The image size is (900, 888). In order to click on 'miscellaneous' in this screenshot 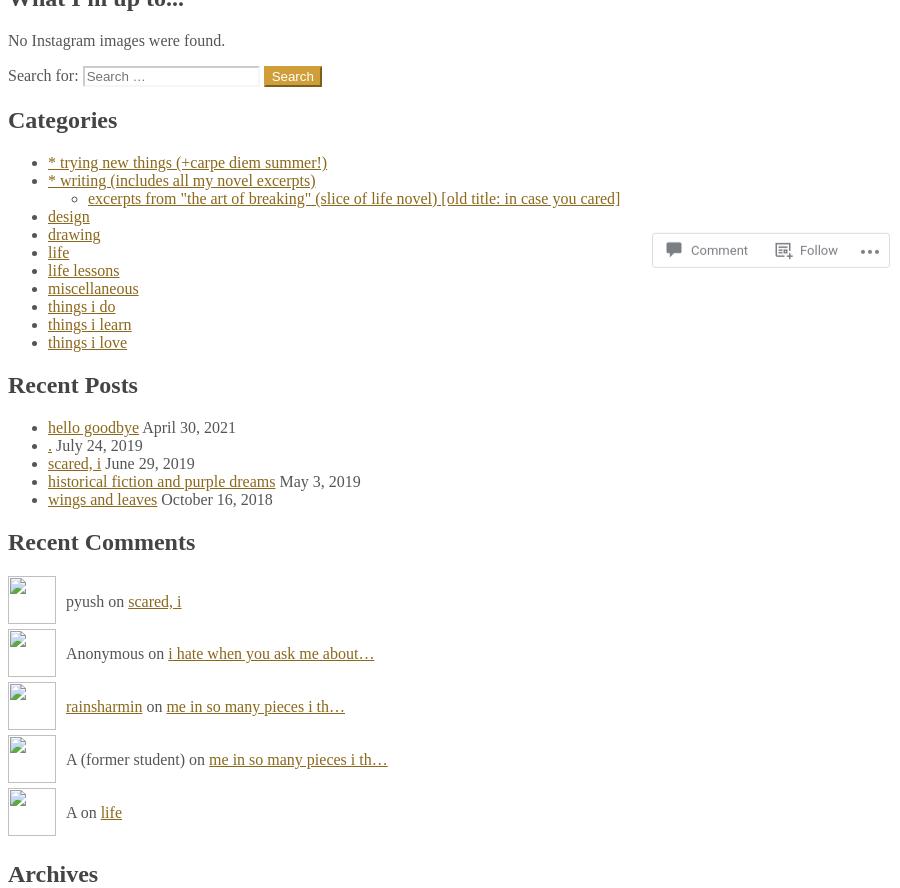, I will do `click(46, 287)`.